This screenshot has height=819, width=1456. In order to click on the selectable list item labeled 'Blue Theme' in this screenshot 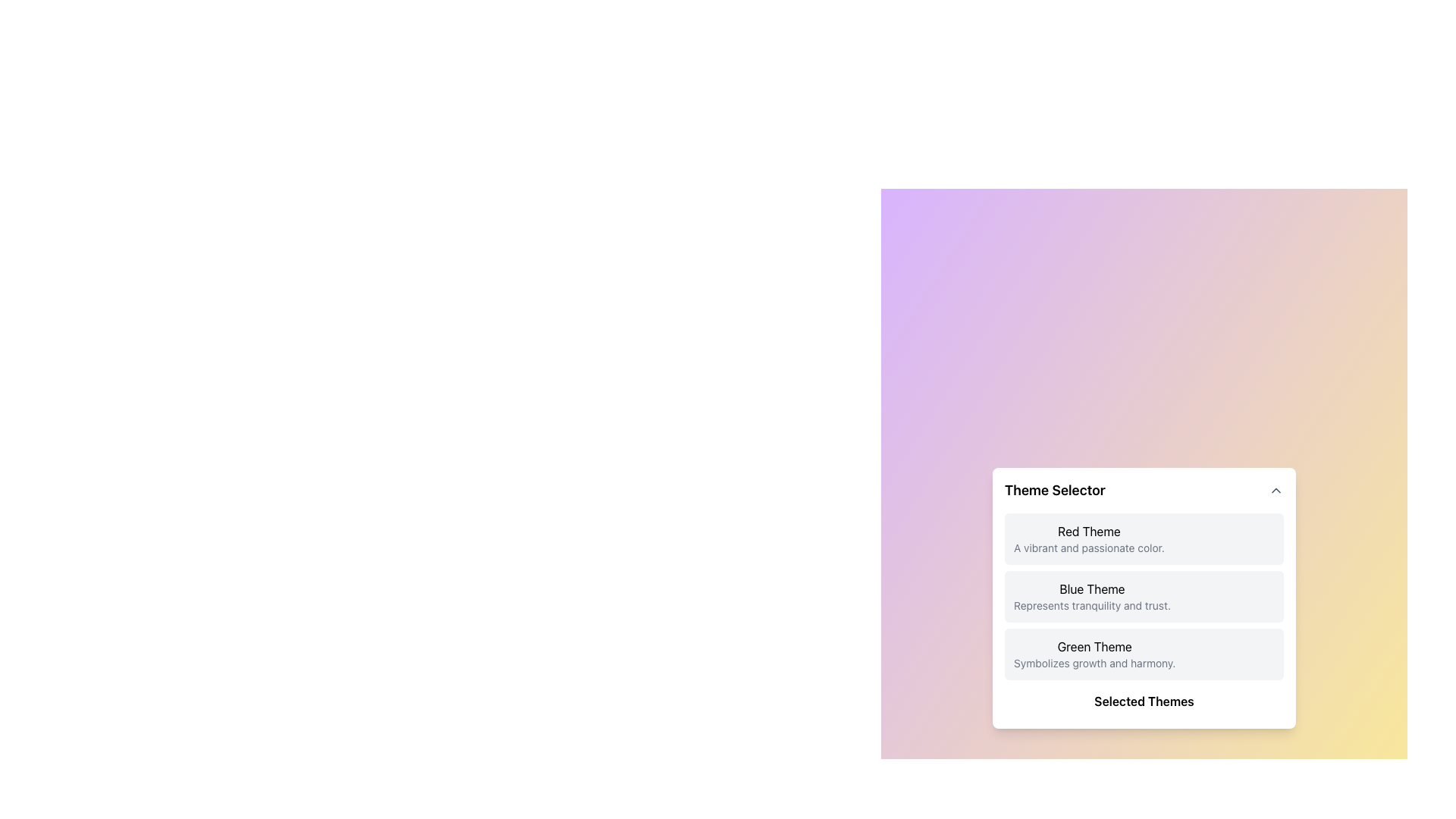, I will do `click(1144, 595)`.